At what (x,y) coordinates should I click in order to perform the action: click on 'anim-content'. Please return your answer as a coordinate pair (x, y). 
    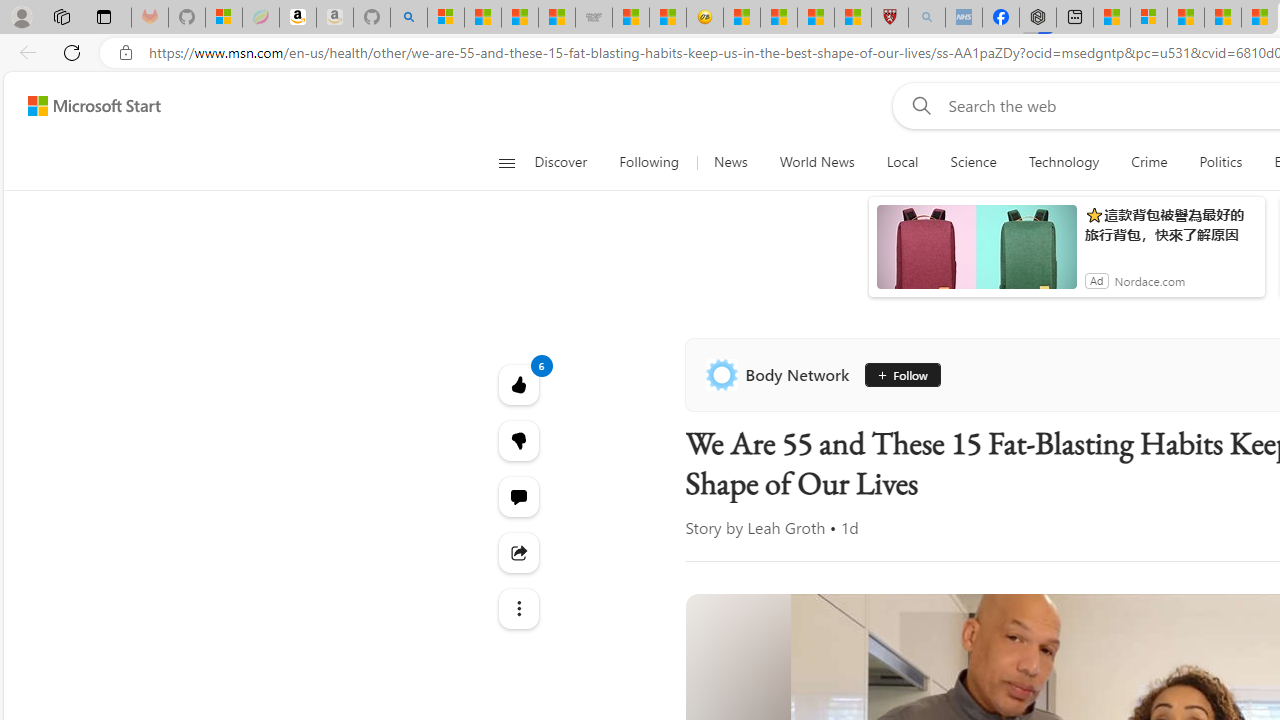
    Looking at the image, I should click on (976, 254).